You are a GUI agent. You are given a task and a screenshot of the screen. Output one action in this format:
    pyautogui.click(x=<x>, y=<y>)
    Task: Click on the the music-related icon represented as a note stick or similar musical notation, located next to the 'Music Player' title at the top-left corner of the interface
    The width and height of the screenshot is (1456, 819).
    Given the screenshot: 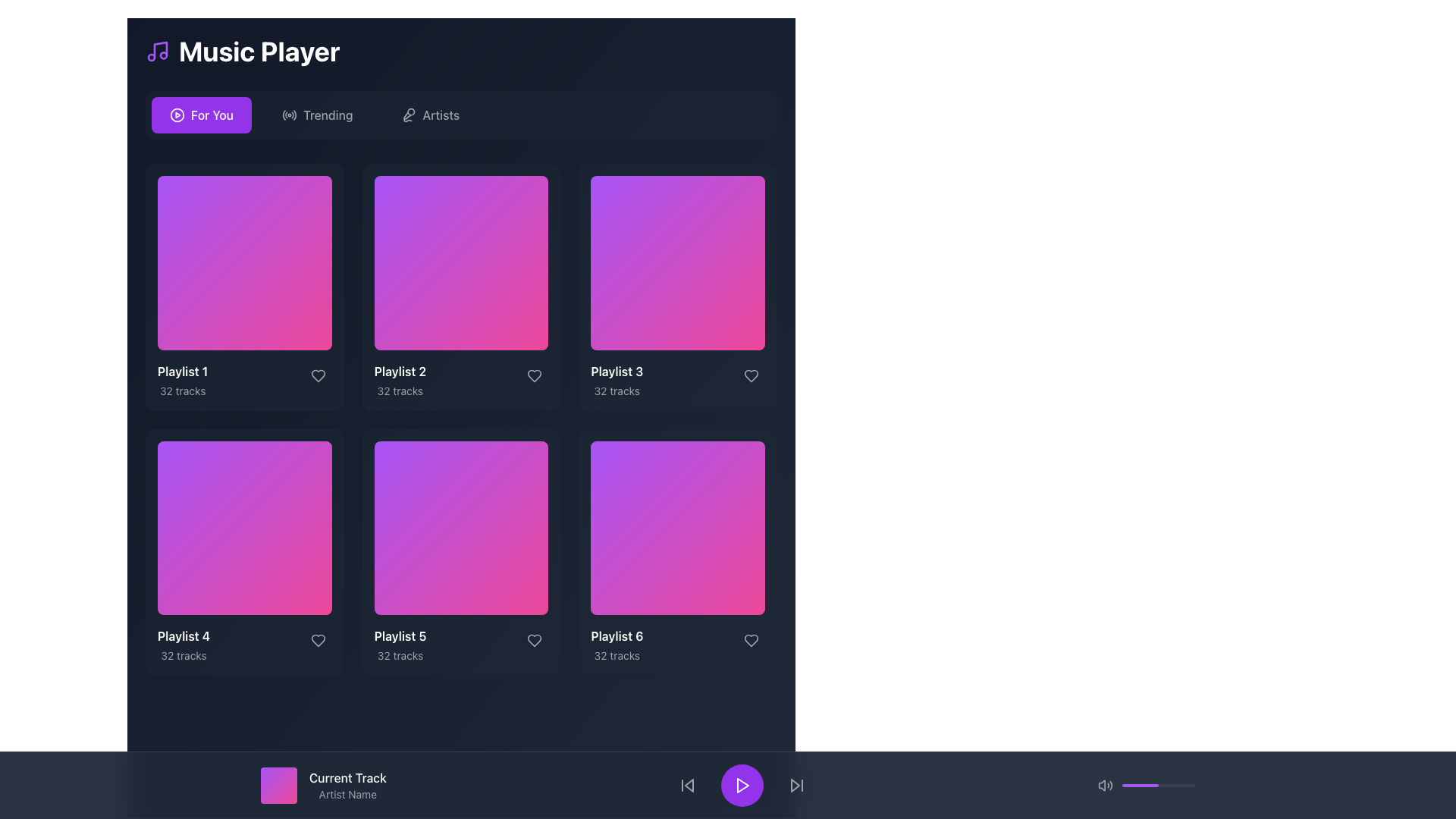 What is the action you would take?
    pyautogui.click(x=160, y=49)
    